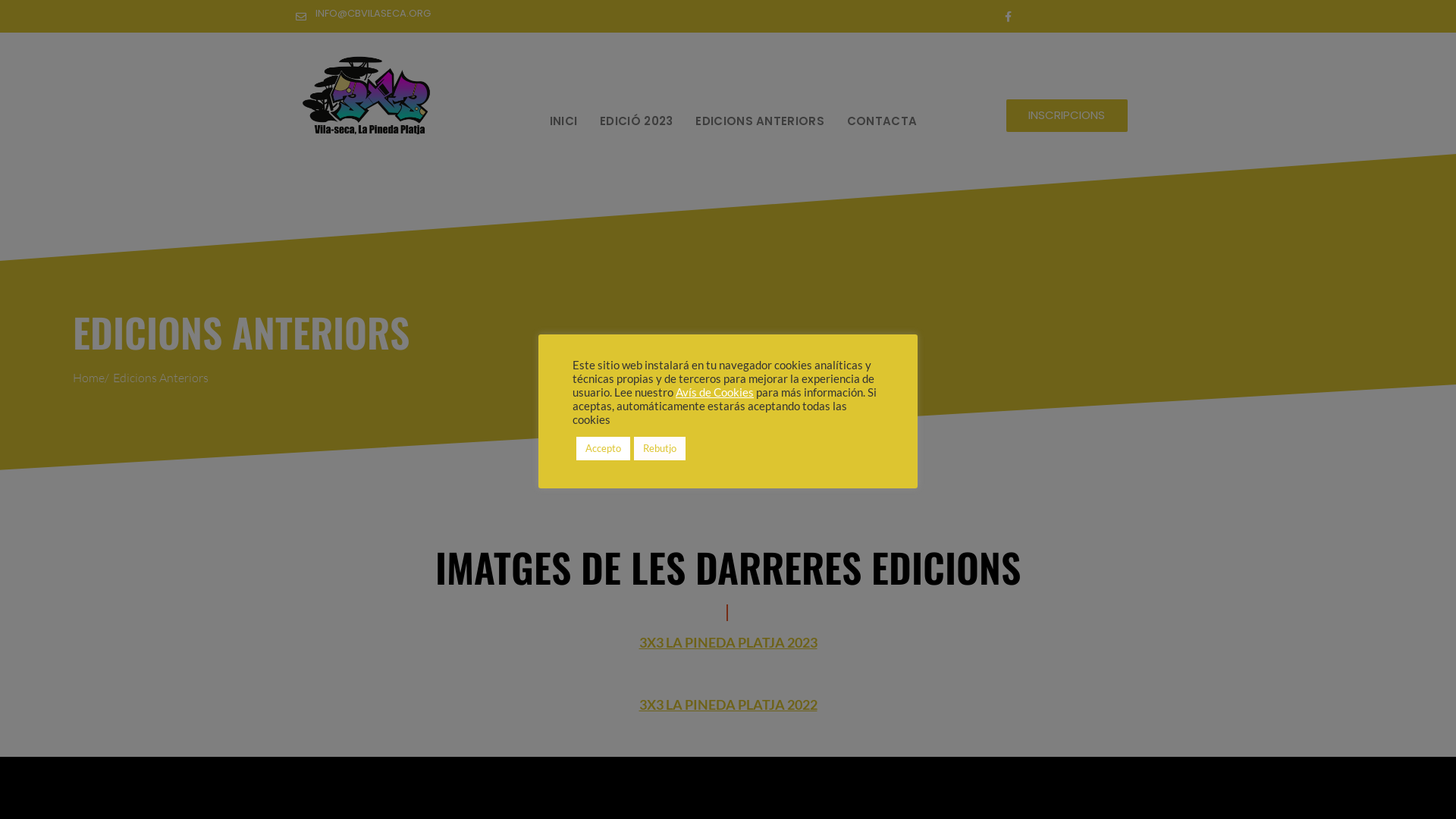 The height and width of the screenshot is (819, 1456). What do you see at coordinates (602, 447) in the screenshot?
I see `'Accepto'` at bounding box center [602, 447].